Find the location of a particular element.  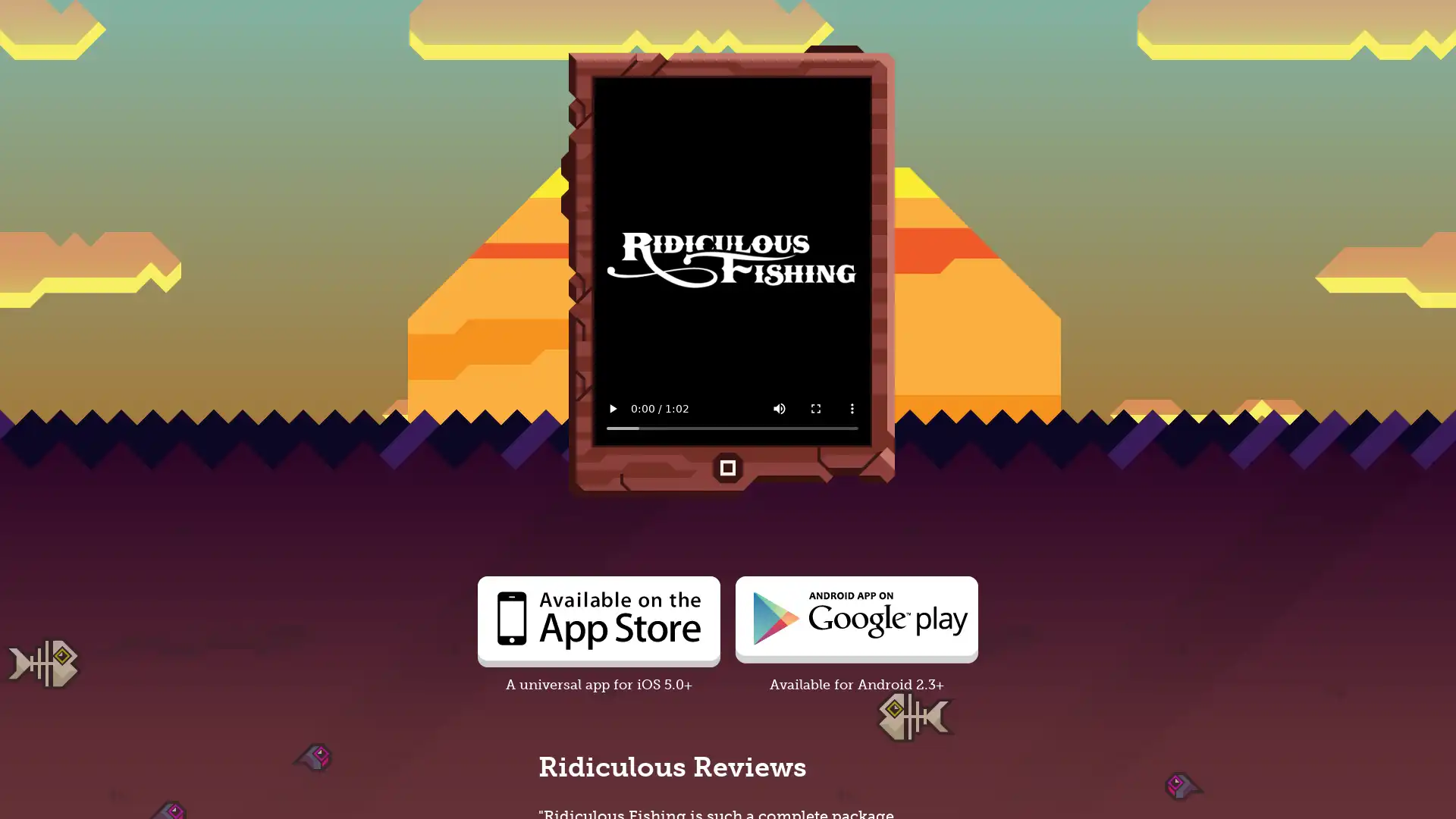

enter full screen is located at coordinates (814, 408).